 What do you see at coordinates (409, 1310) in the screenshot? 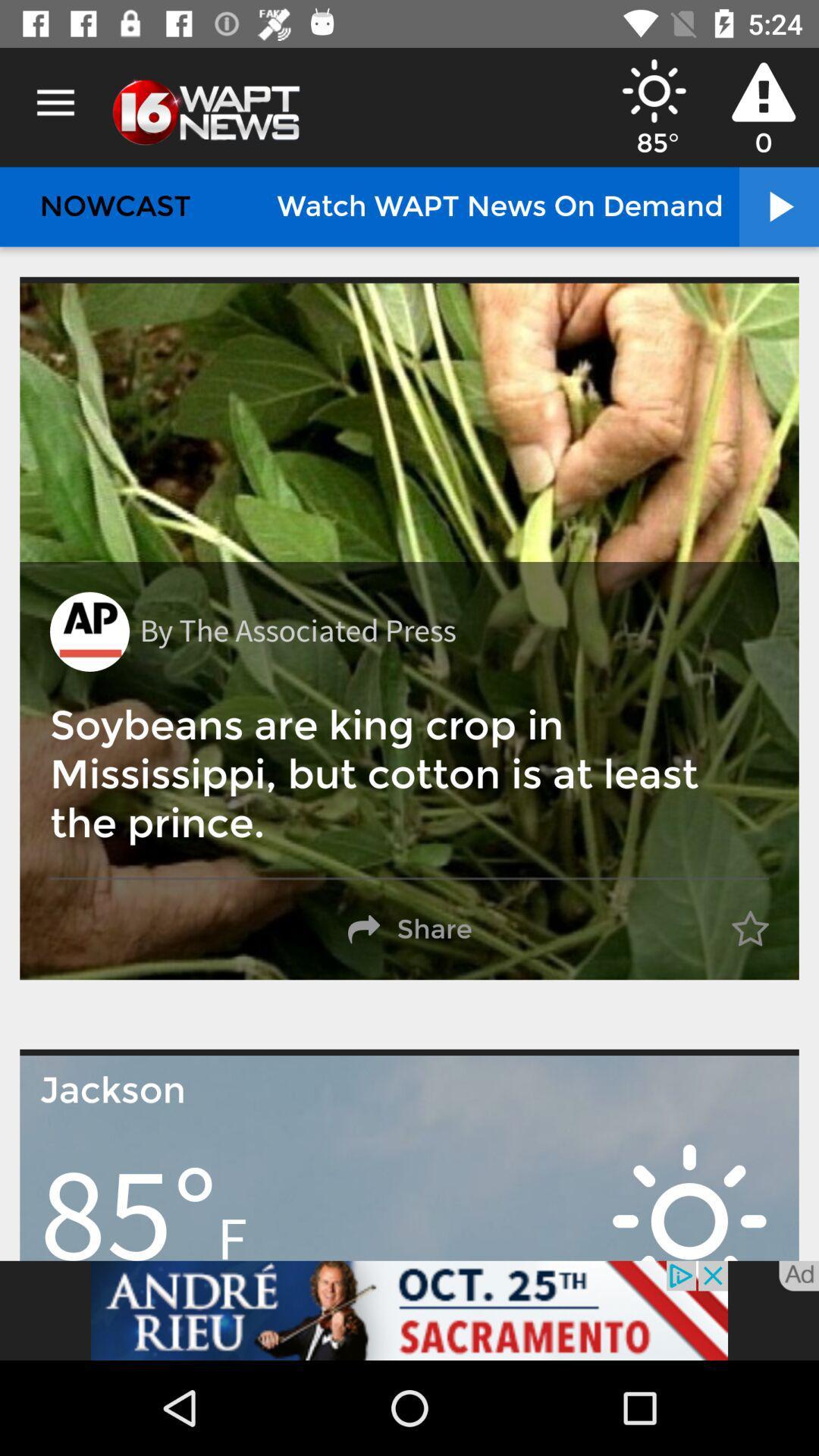
I see `visit andre rieu website` at bounding box center [409, 1310].